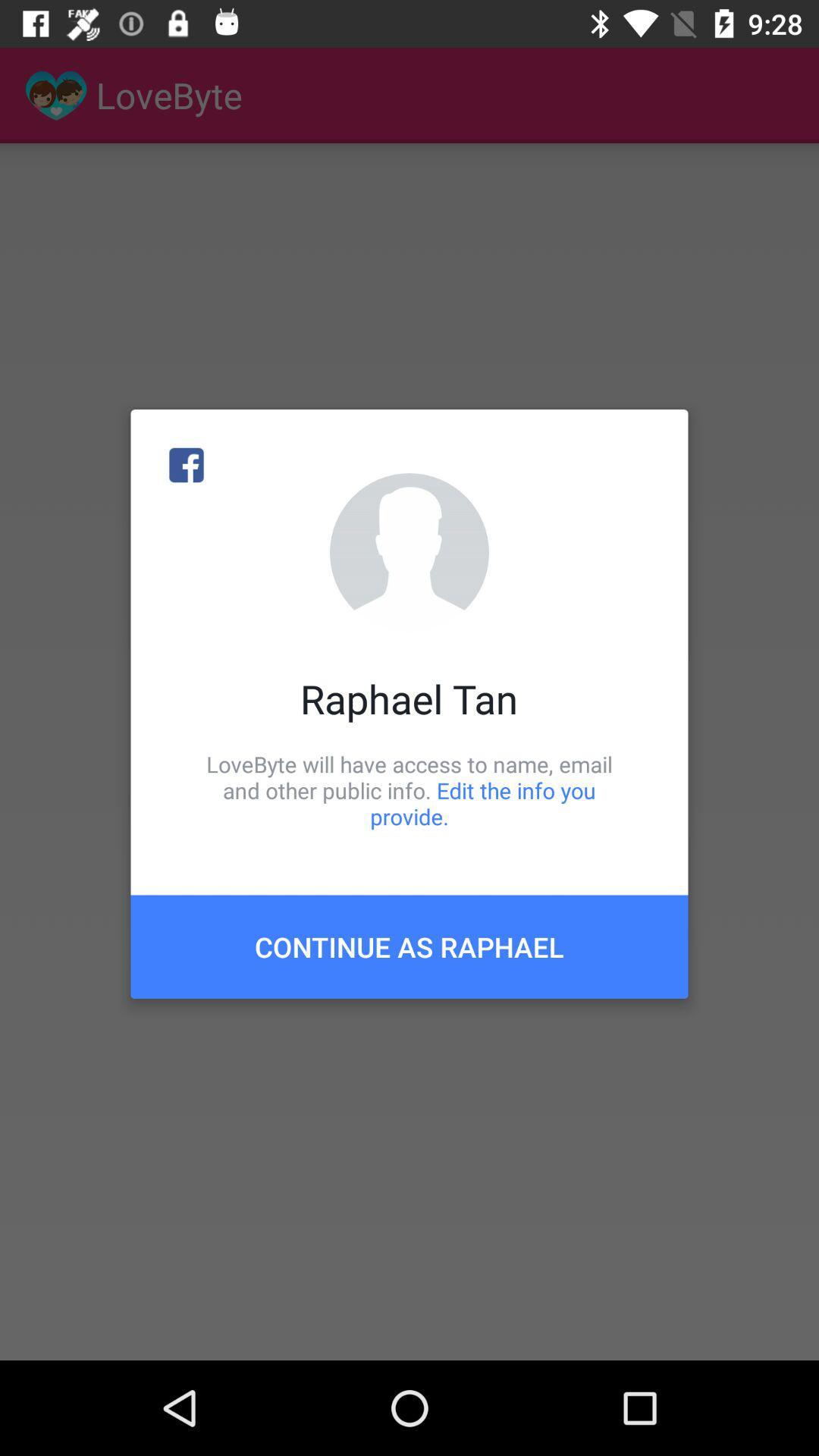 Image resolution: width=819 pixels, height=1456 pixels. Describe the element at coordinates (409, 946) in the screenshot. I see `the continue as raphael item` at that location.